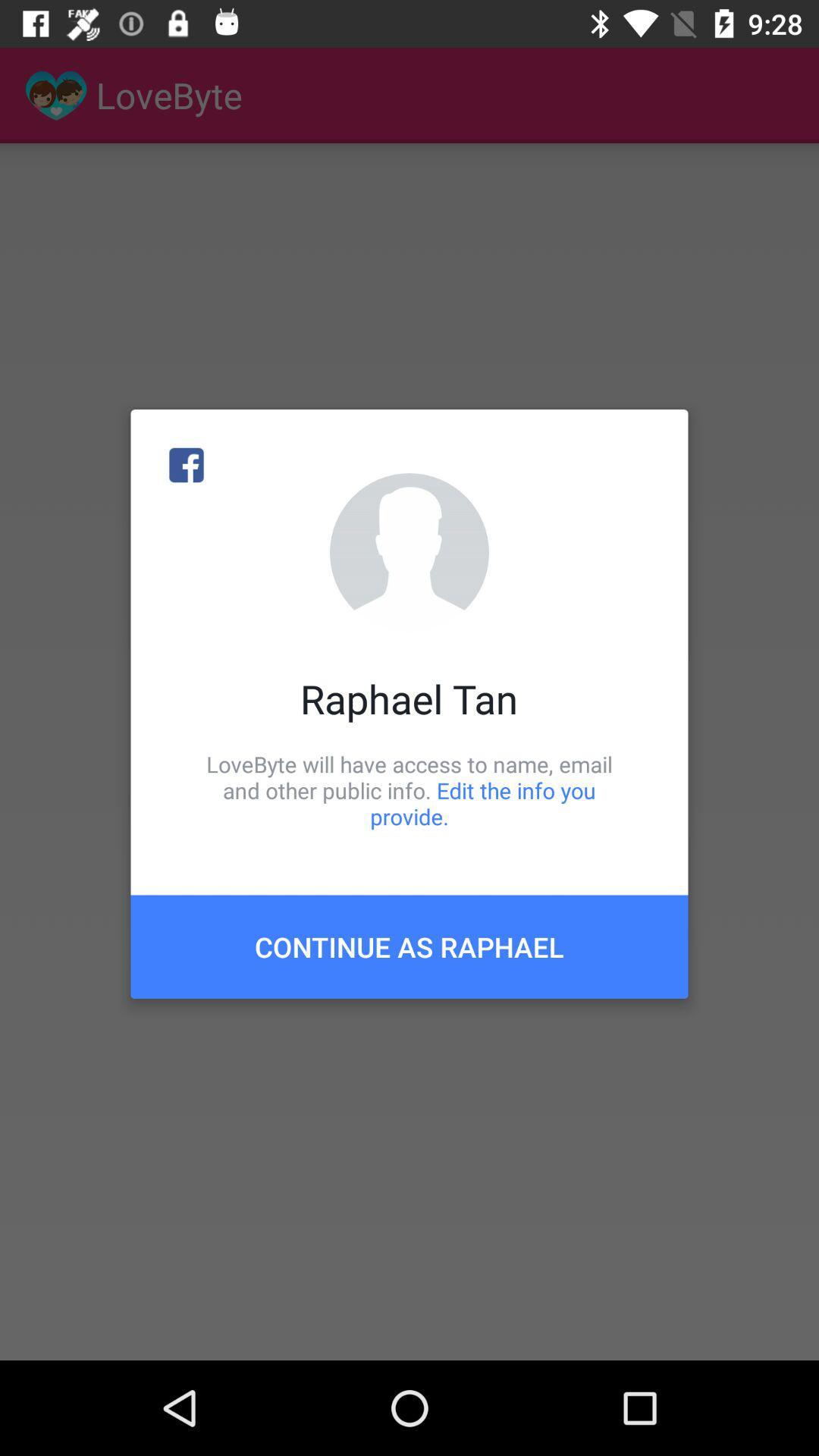 Image resolution: width=819 pixels, height=1456 pixels. Describe the element at coordinates (409, 946) in the screenshot. I see `the continue as raphael item` at that location.